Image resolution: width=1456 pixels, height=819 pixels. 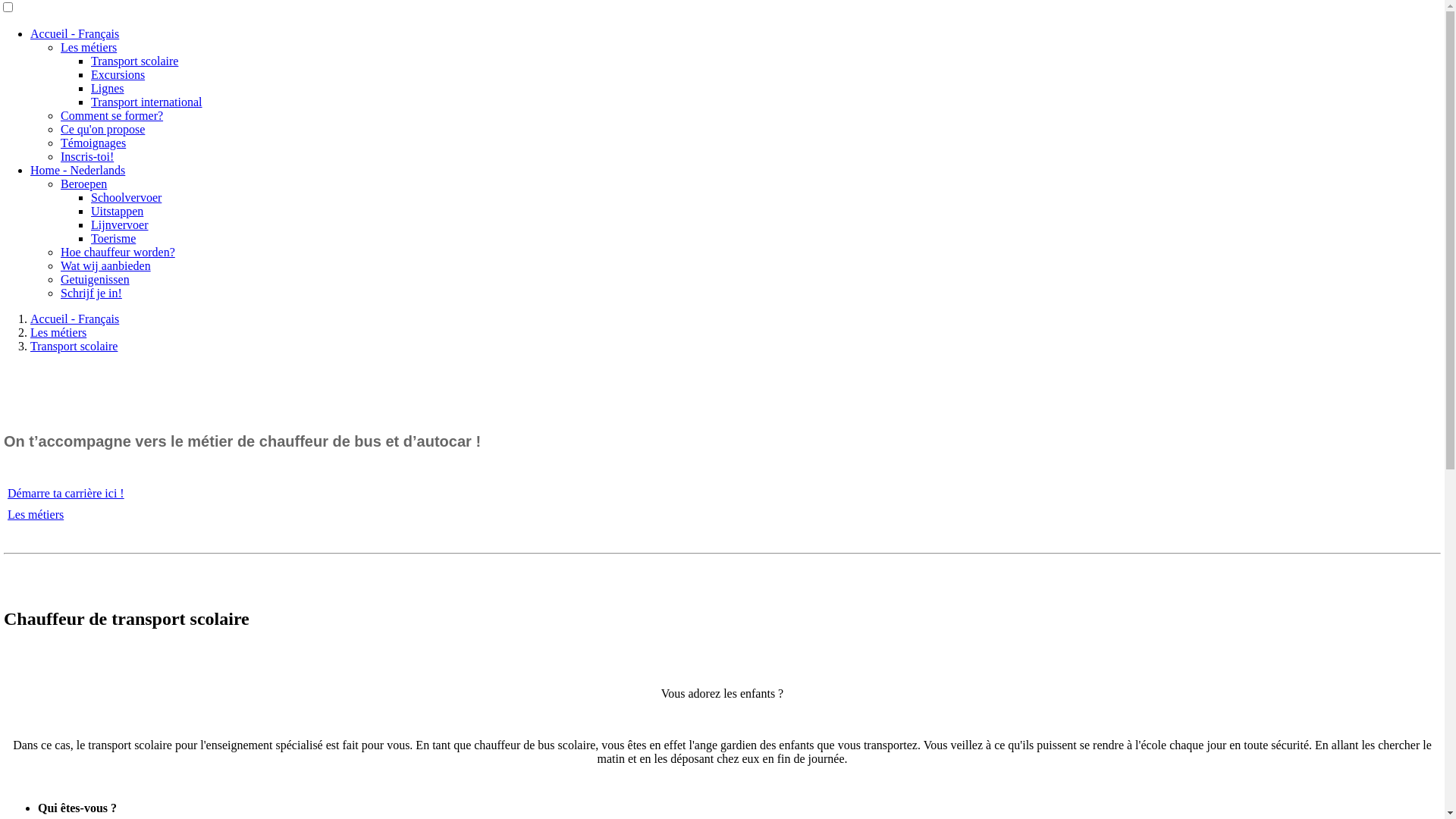 I want to click on 'Lignes', so click(x=107, y=88).